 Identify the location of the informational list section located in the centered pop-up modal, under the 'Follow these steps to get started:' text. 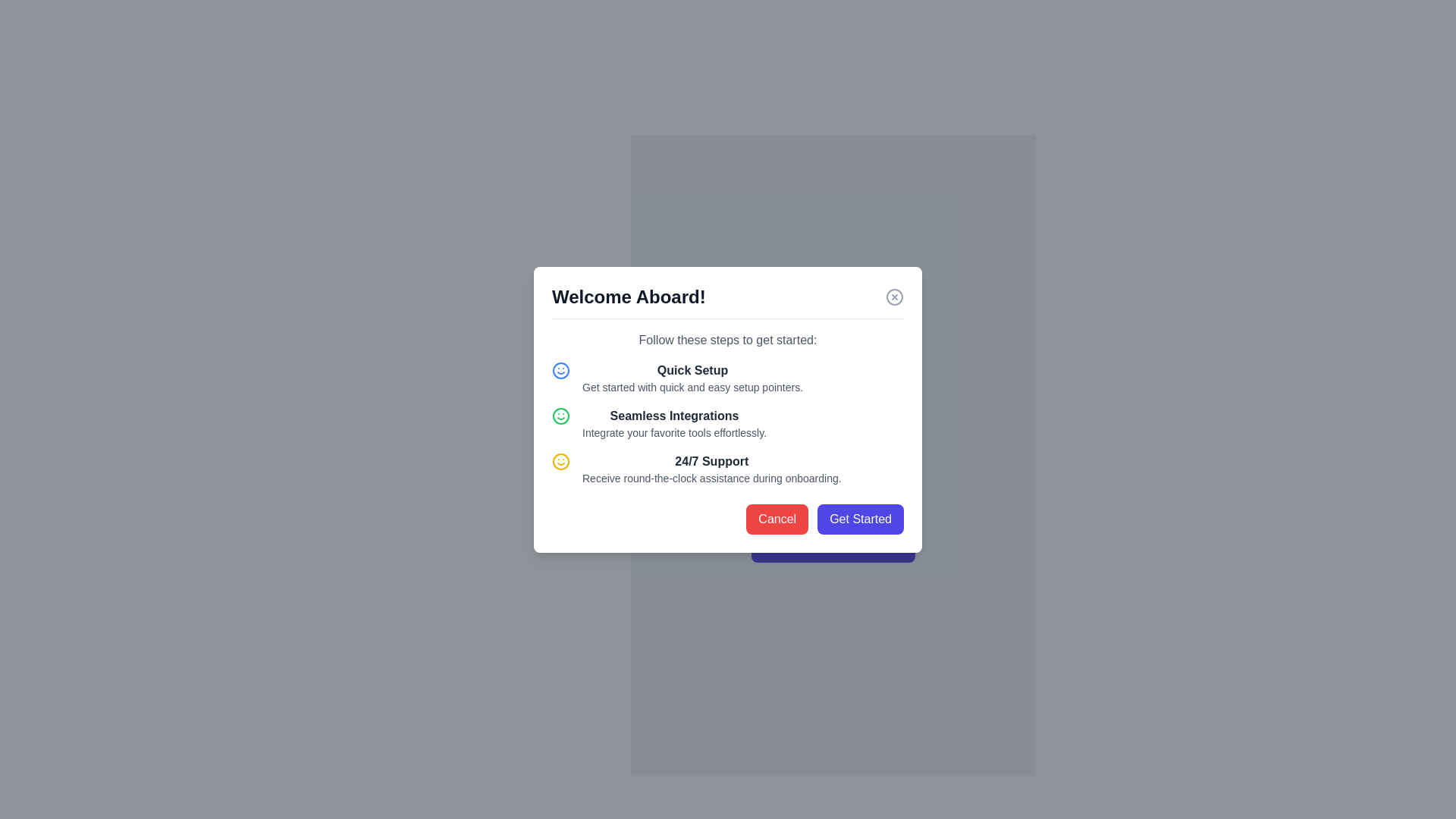
(728, 423).